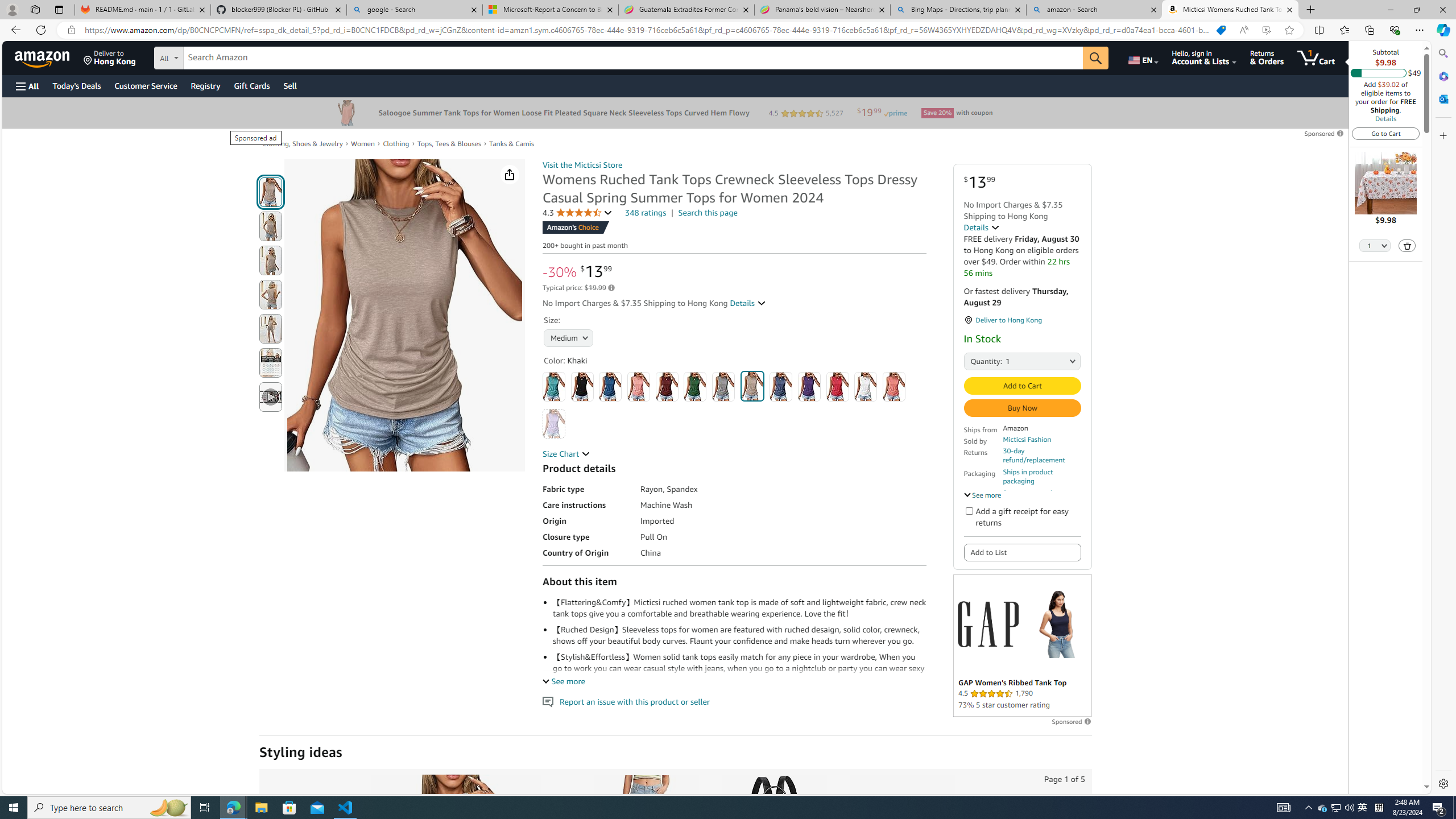  What do you see at coordinates (895, 386) in the screenshot?
I see `'Pink'` at bounding box center [895, 386].